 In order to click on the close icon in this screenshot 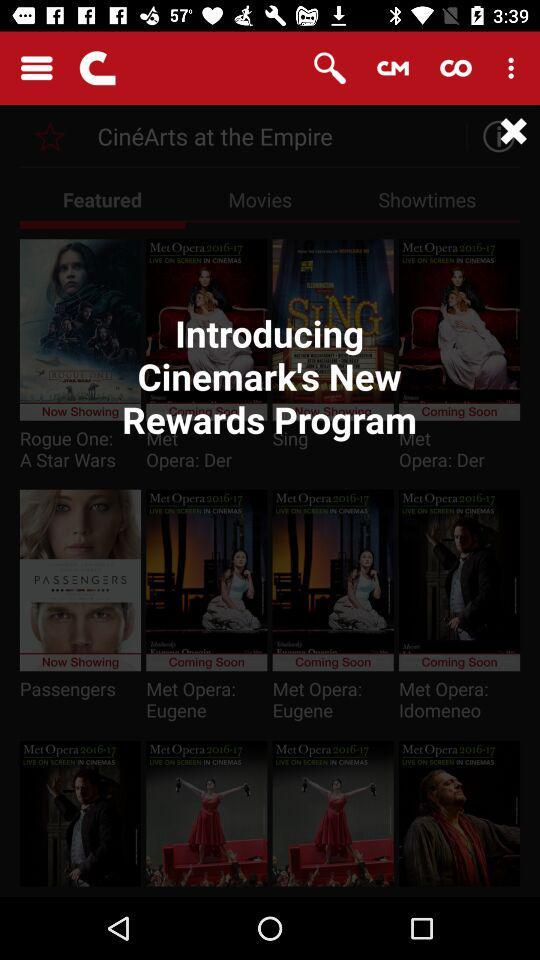, I will do `click(513, 130)`.